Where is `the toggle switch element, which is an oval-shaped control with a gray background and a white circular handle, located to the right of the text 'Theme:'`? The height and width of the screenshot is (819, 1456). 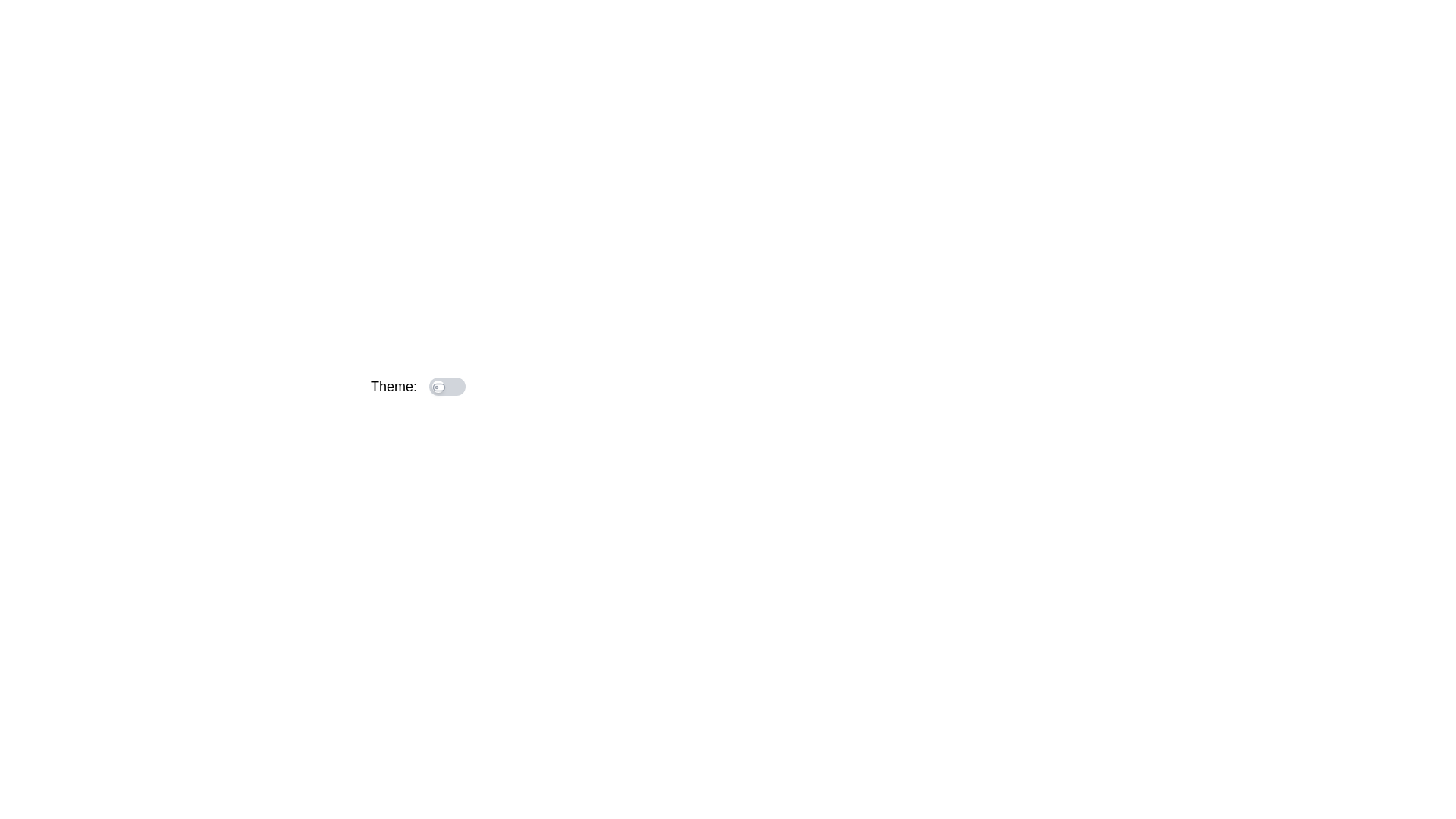 the toggle switch element, which is an oval-shaped control with a gray background and a white circular handle, located to the right of the text 'Theme:' is located at coordinates (447, 385).